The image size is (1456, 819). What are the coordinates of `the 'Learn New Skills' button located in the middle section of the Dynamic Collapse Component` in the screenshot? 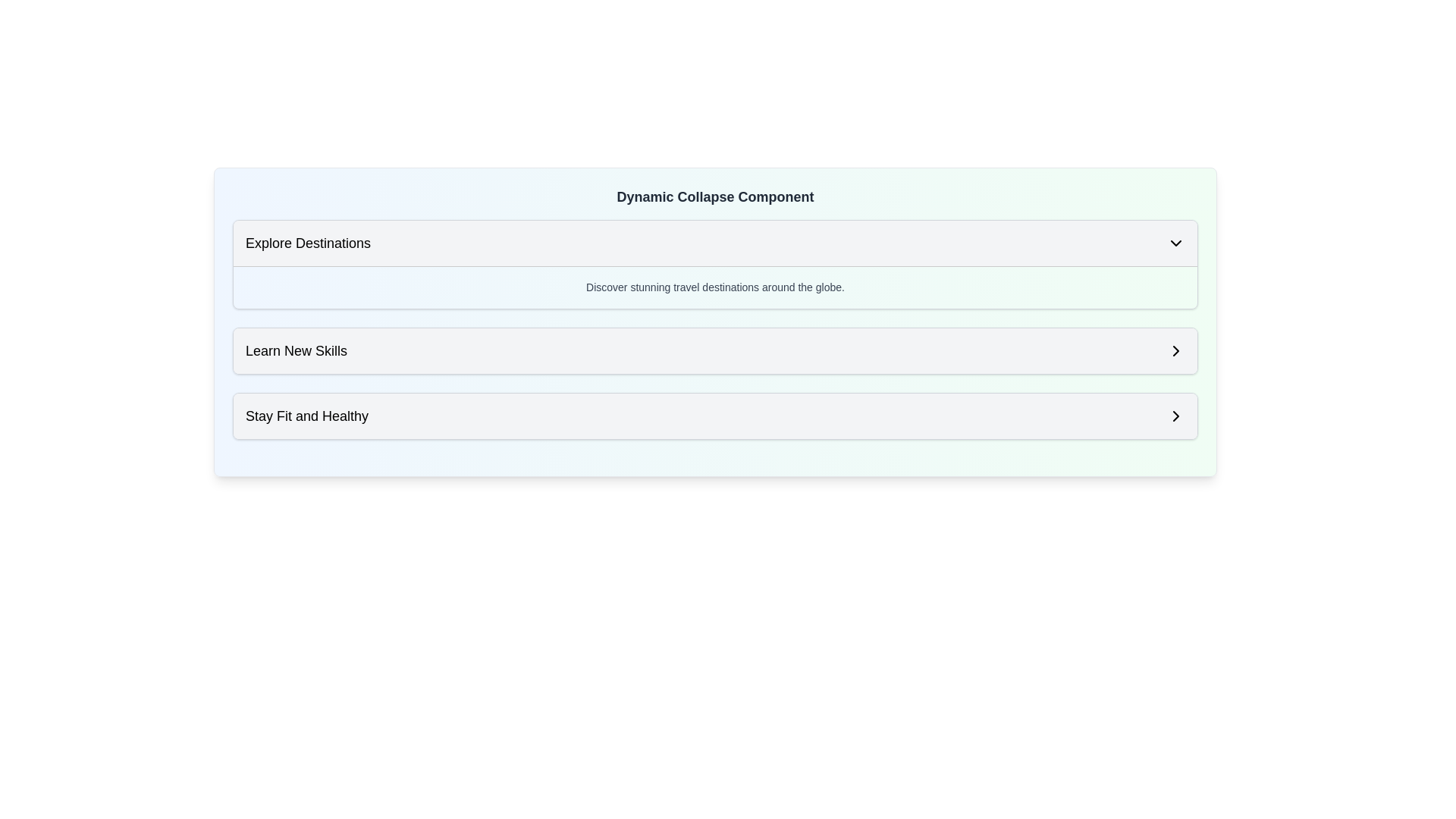 It's located at (714, 350).